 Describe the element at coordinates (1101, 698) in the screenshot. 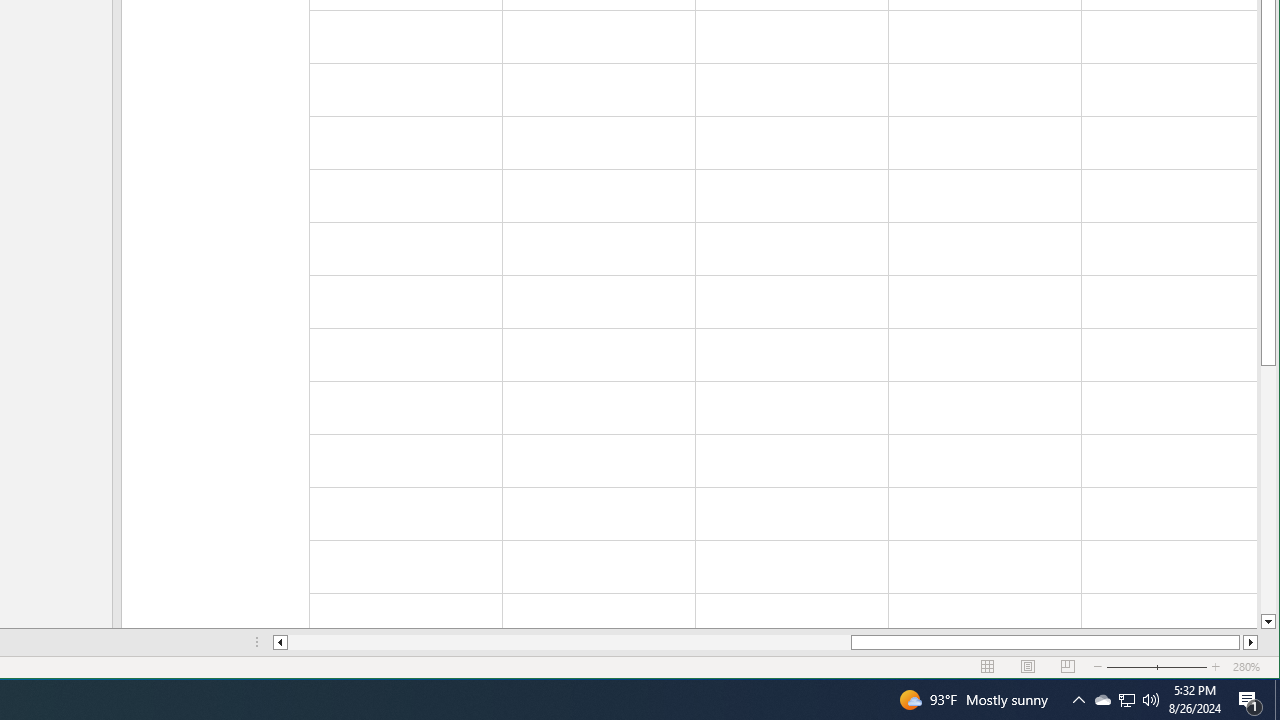

I see `'Notification Chevron'` at that location.